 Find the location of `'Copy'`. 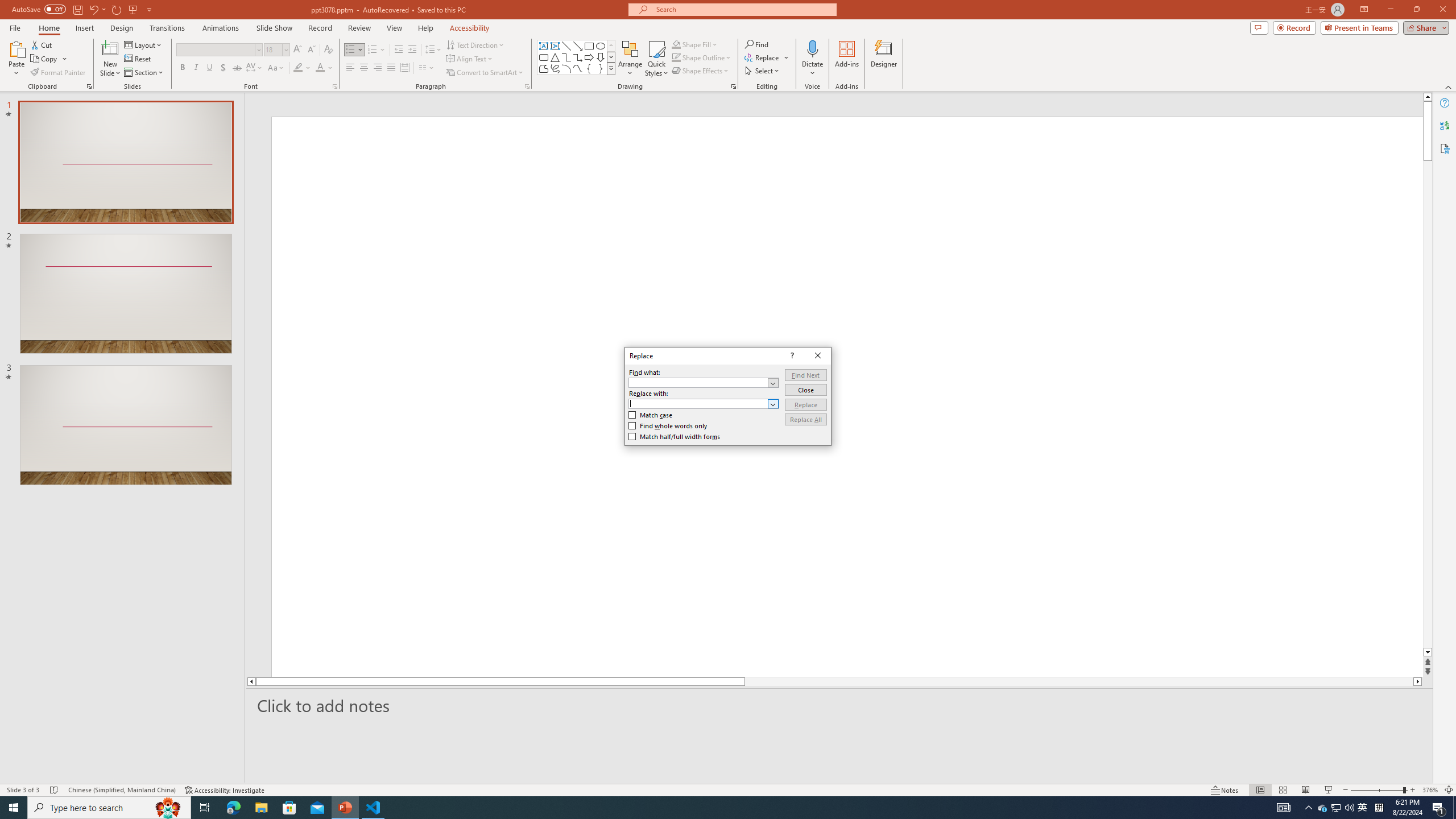

'Copy' is located at coordinates (49, 59).